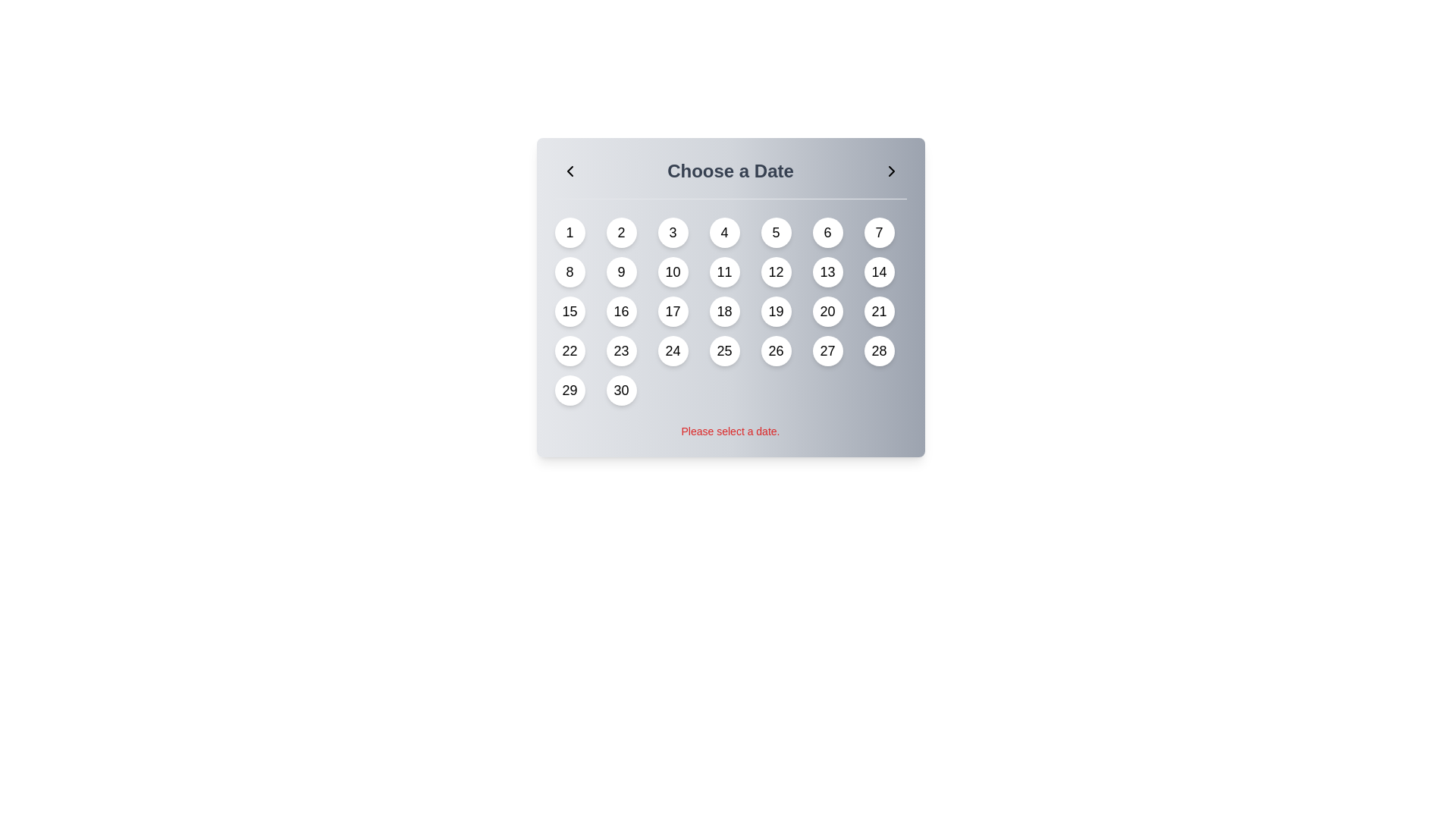 This screenshot has width=1456, height=819. Describe the element at coordinates (776, 311) in the screenshot. I see `the calendar date button for the 19th day of the month located in the third row and fifth column of the grid layout` at that location.